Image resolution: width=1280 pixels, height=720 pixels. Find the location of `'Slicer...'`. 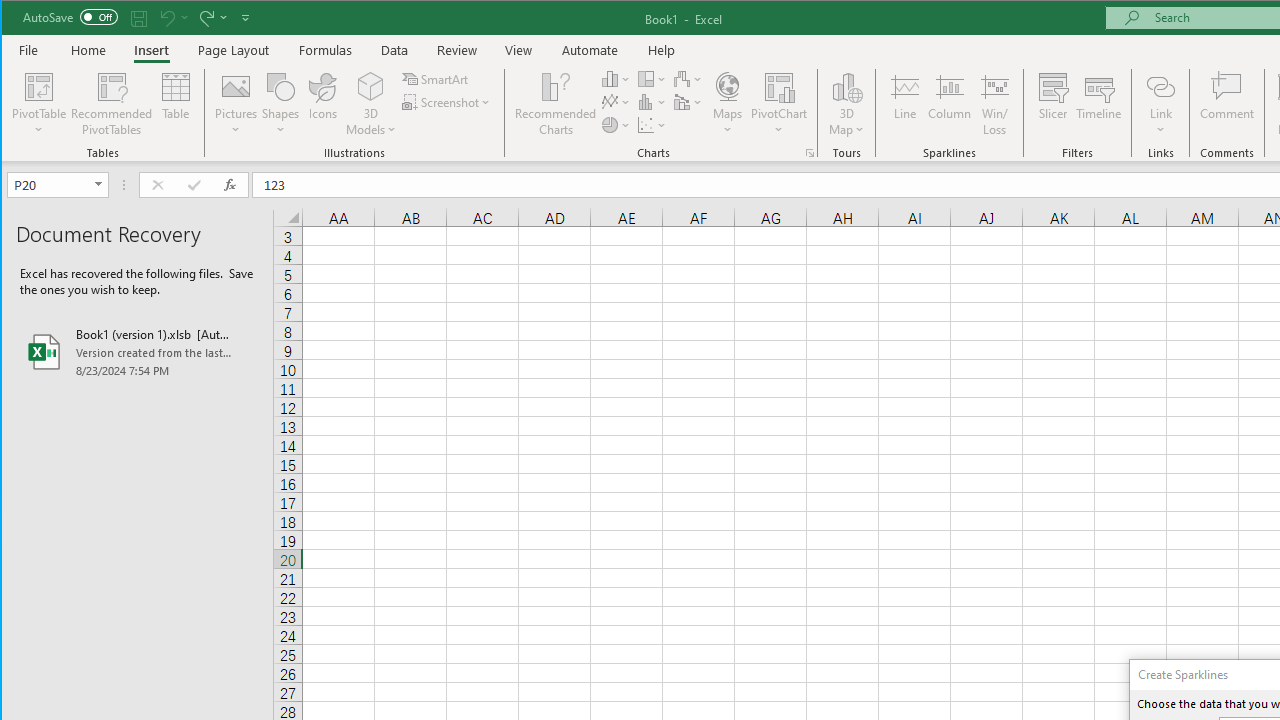

'Slicer...' is located at coordinates (1051, 104).